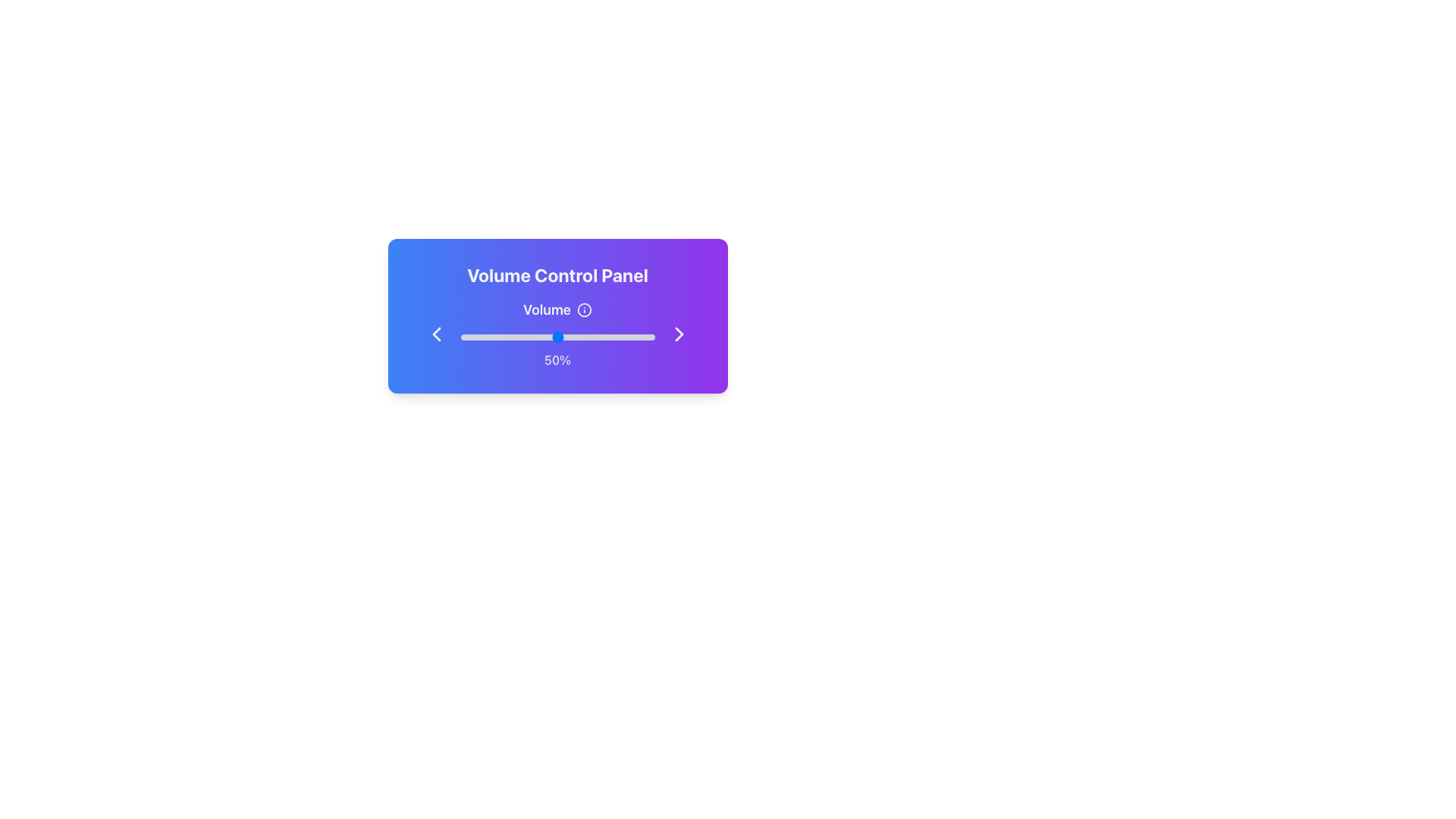 The width and height of the screenshot is (1456, 819). What do you see at coordinates (557, 309) in the screenshot?
I see `the 'Volume' label with an information icon to read the text, which is centrally aligned in the volume control panel` at bounding box center [557, 309].